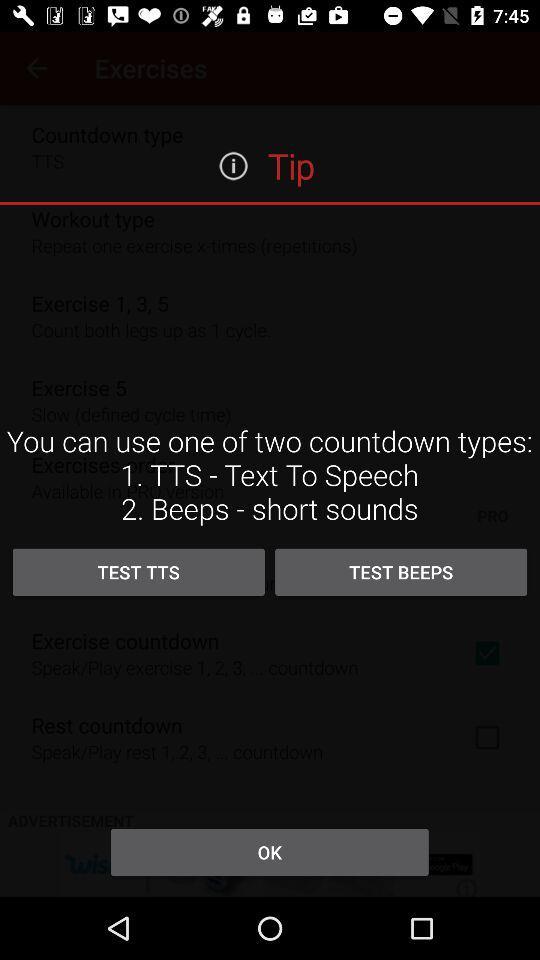 The height and width of the screenshot is (960, 540). What do you see at coordinates (401, 572) in the screenshot?
I see `the item above the ok` at bounding box center [401, 572].